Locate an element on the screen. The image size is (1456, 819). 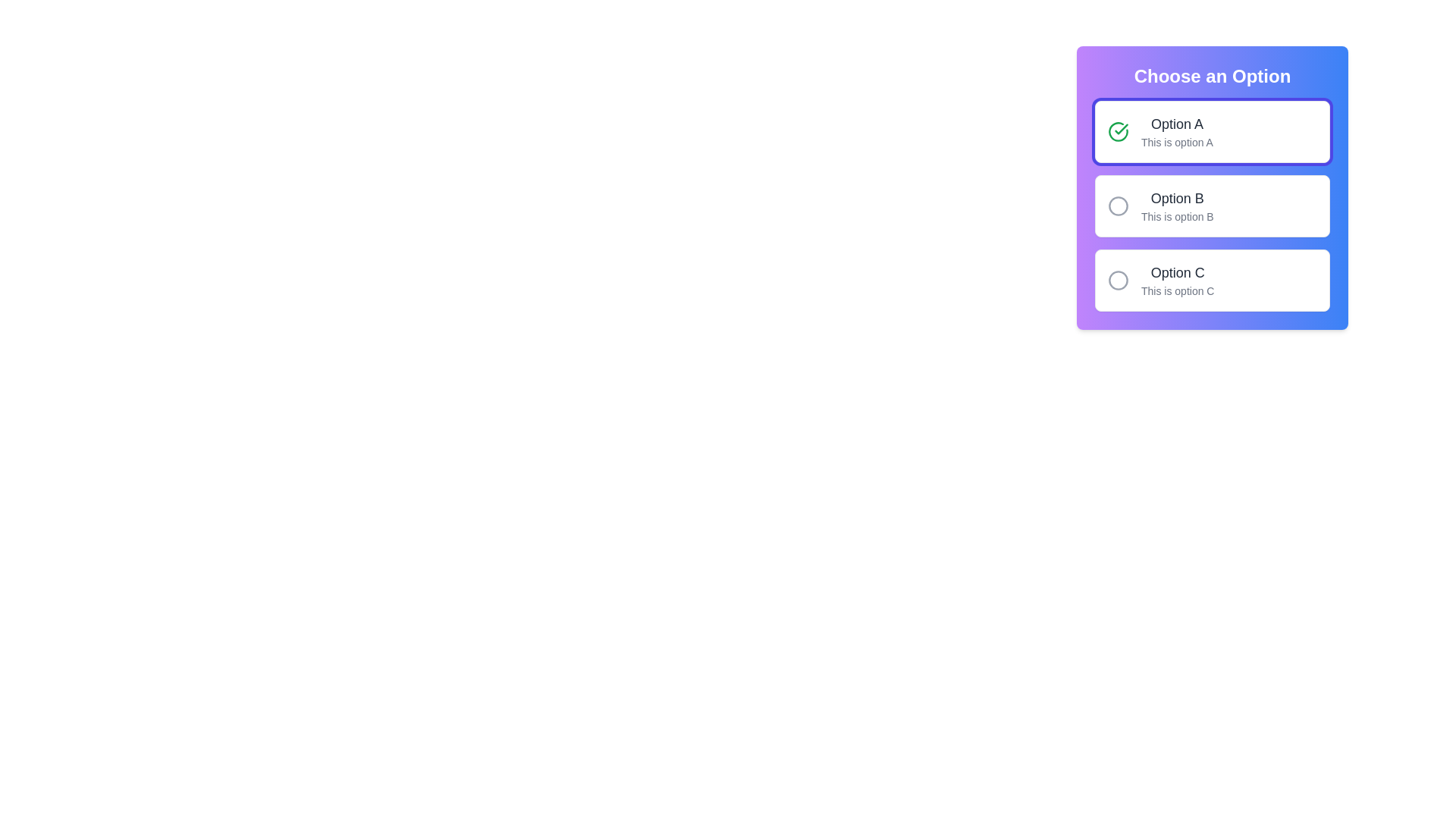
the Radio button indicator for 'Option B', which visually indicates its selection status and is positioned to the left of the 'Option B' label is located at coordinates (1118, 206).